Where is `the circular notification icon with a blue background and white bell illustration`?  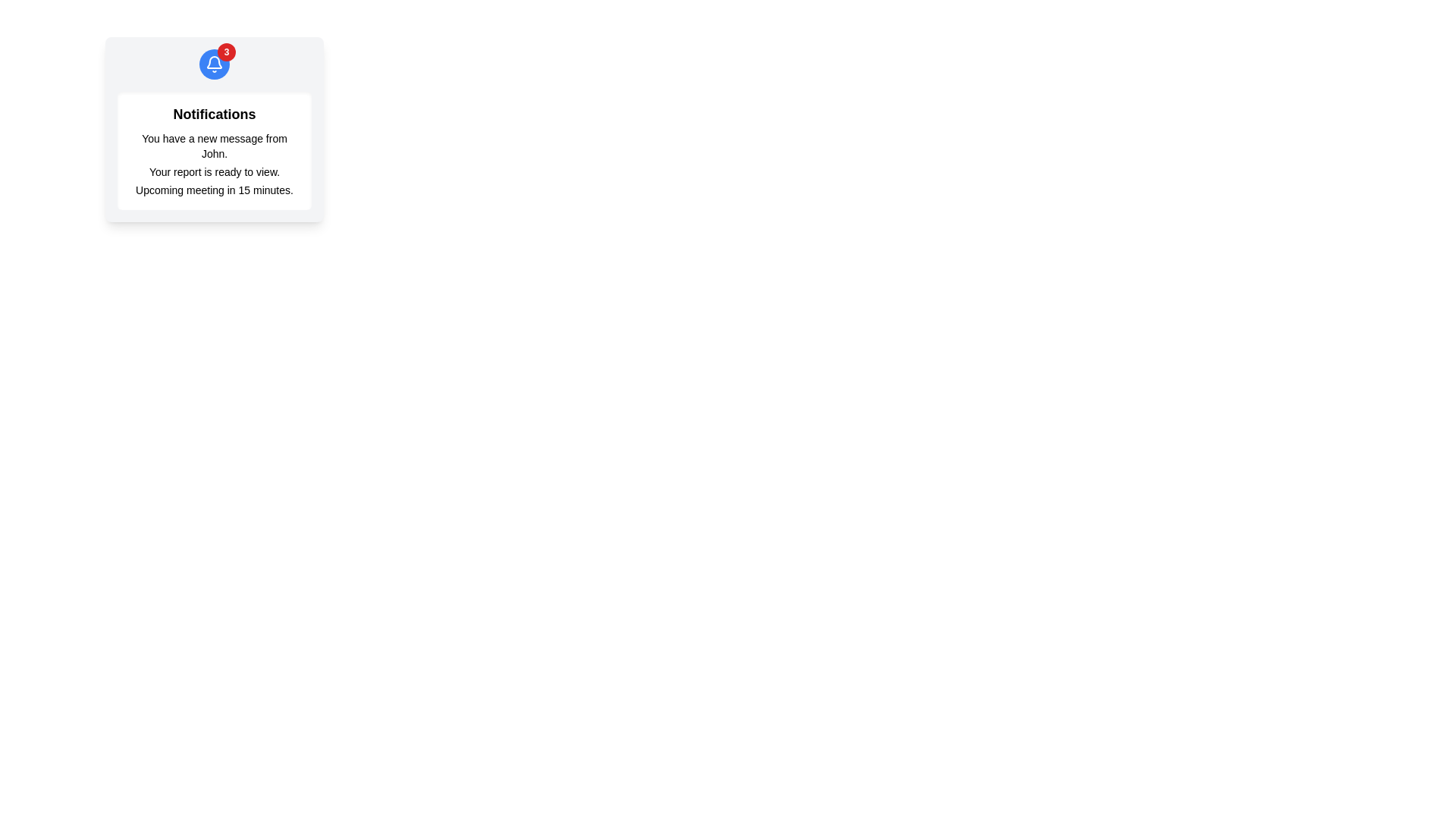
the circular notification icon with a blue background and white bell illustration is located at coordinates (214, 63).